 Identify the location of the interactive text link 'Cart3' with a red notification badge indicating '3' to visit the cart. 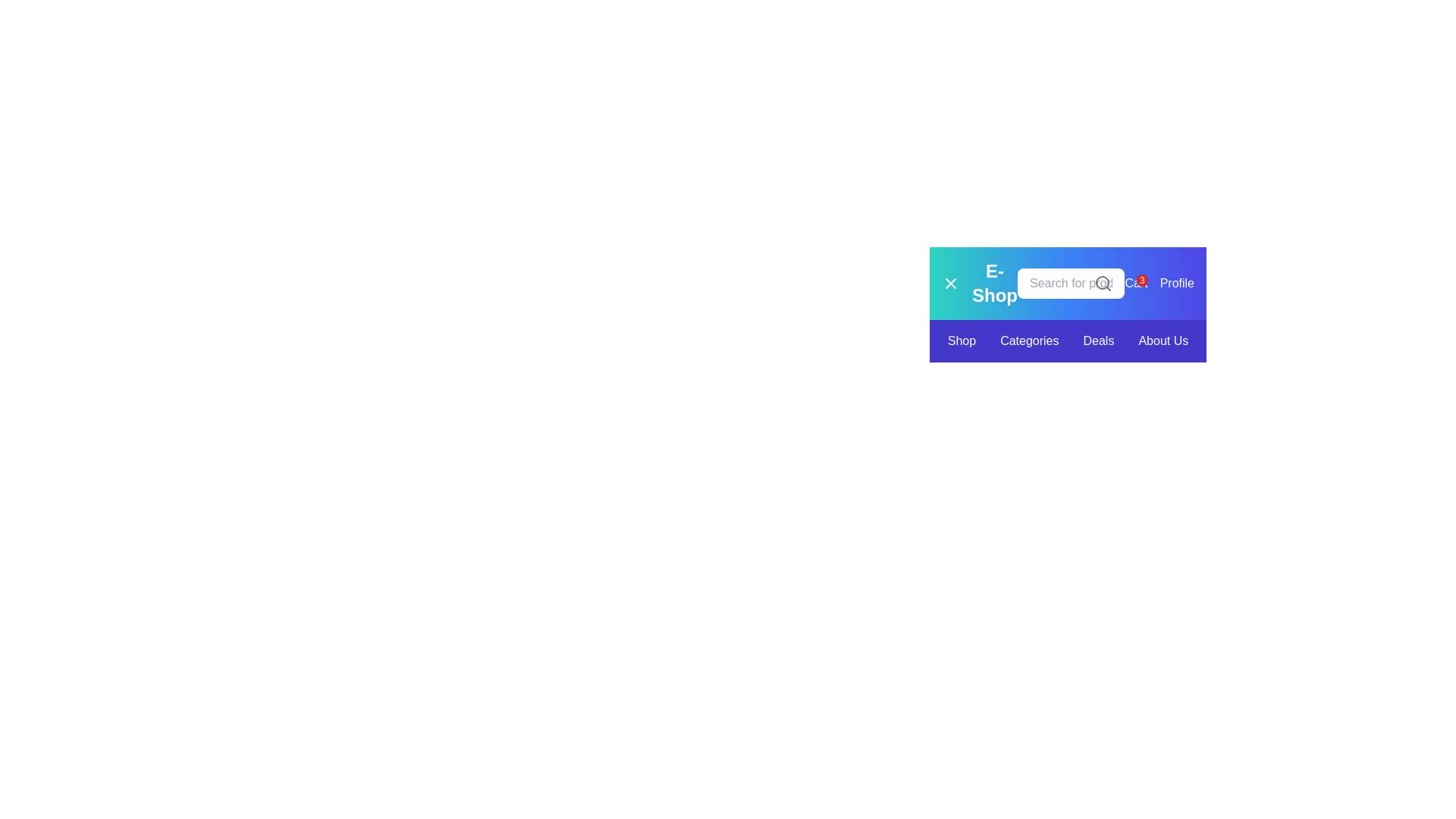
(1135, 284).